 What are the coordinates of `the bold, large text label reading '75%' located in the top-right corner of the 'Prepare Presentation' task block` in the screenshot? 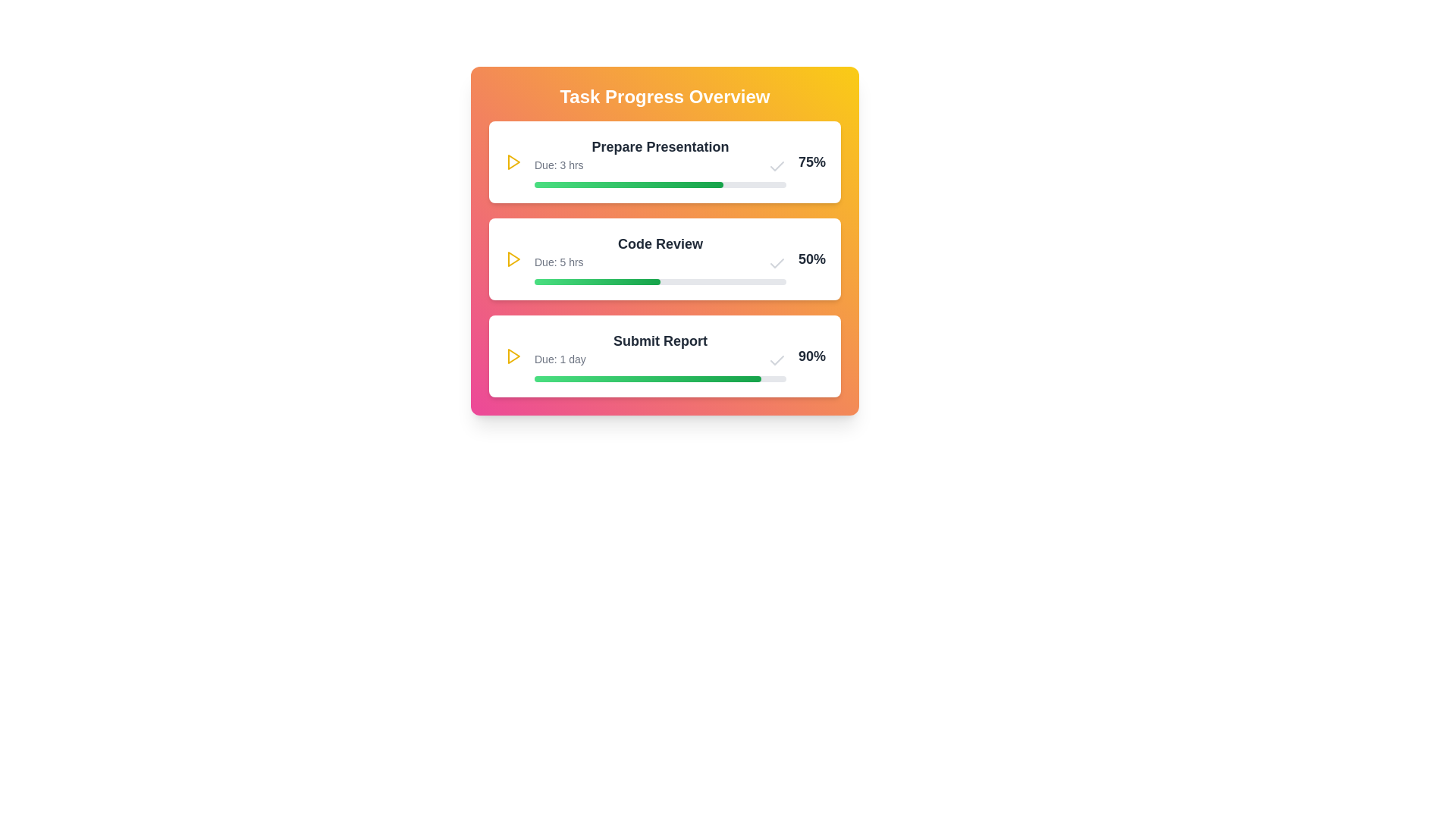 It's located at (811, 162).